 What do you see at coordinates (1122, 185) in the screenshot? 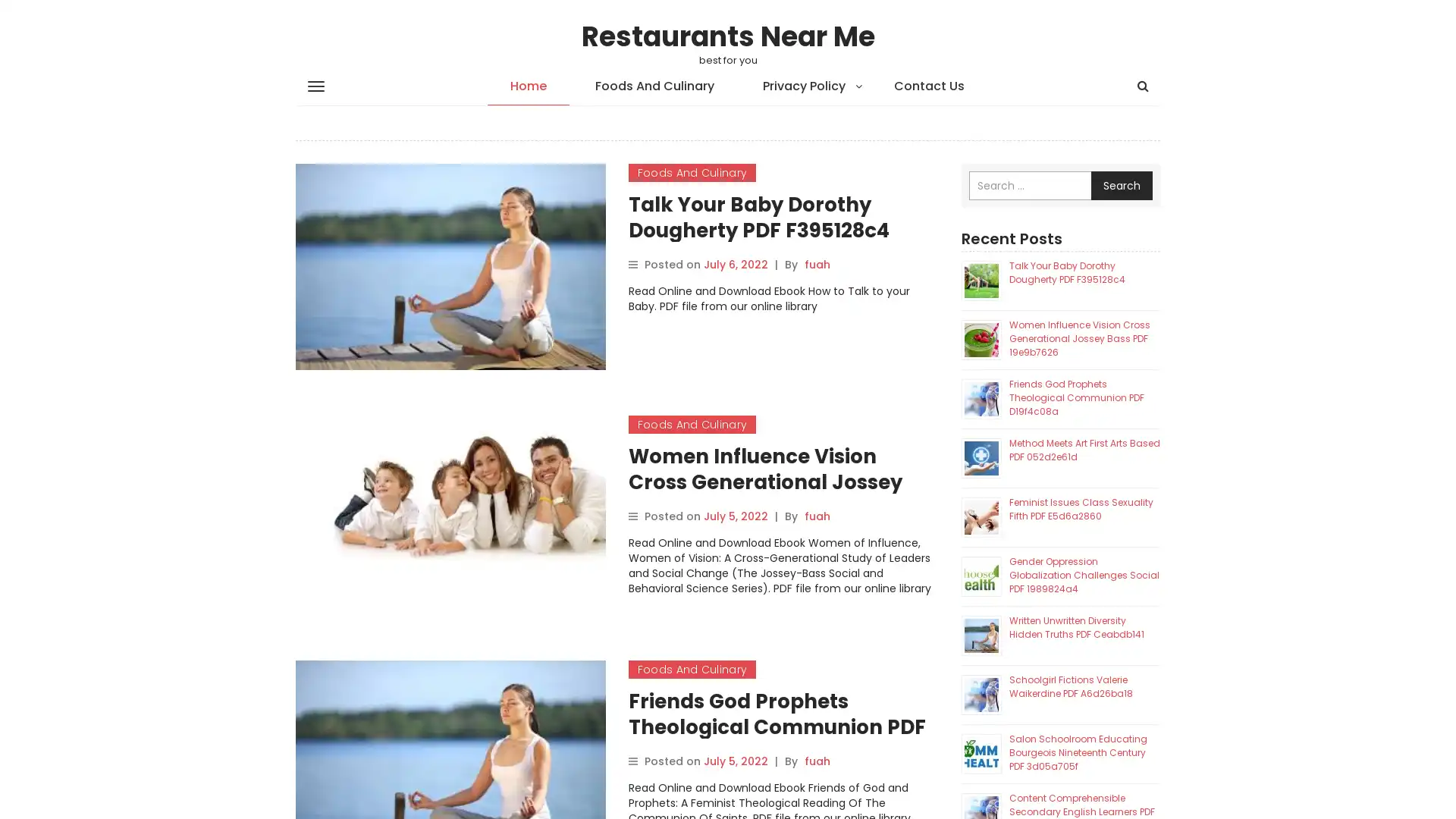
I see `Search` at bounding box center [1122, 185].